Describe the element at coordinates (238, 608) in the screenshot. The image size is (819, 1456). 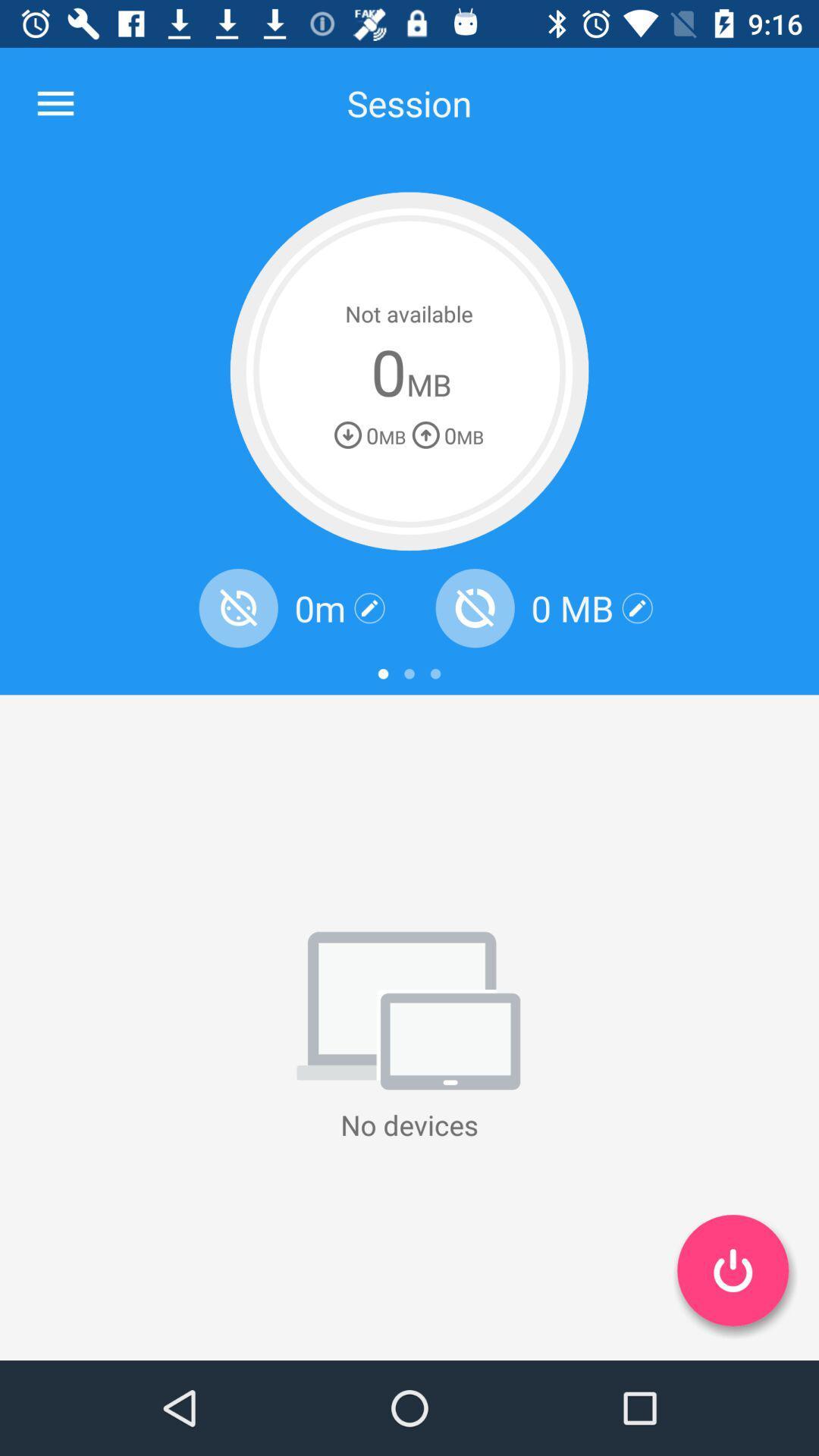
I see `relode` at that location.